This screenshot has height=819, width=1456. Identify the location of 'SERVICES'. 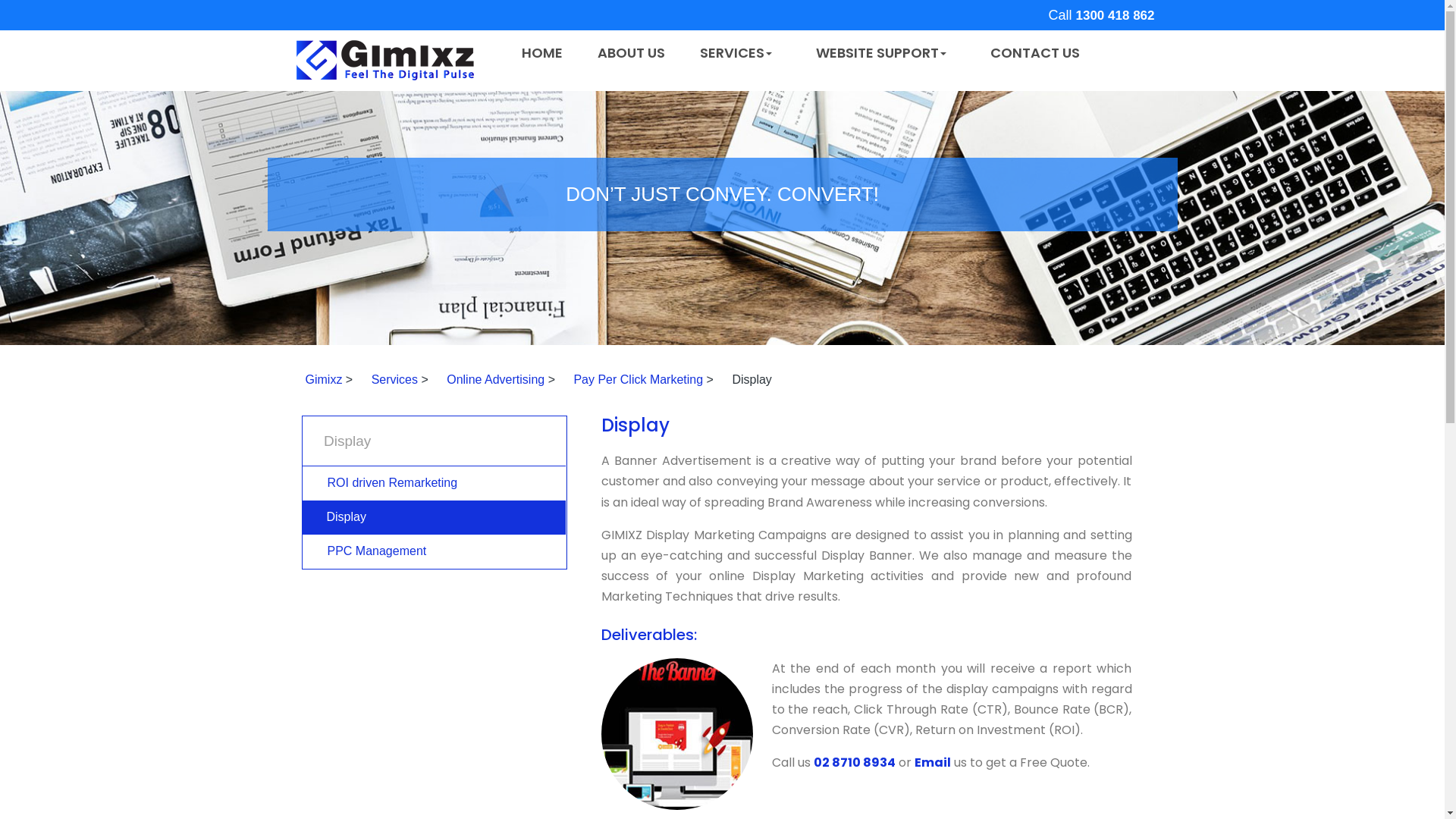
(740, 52).